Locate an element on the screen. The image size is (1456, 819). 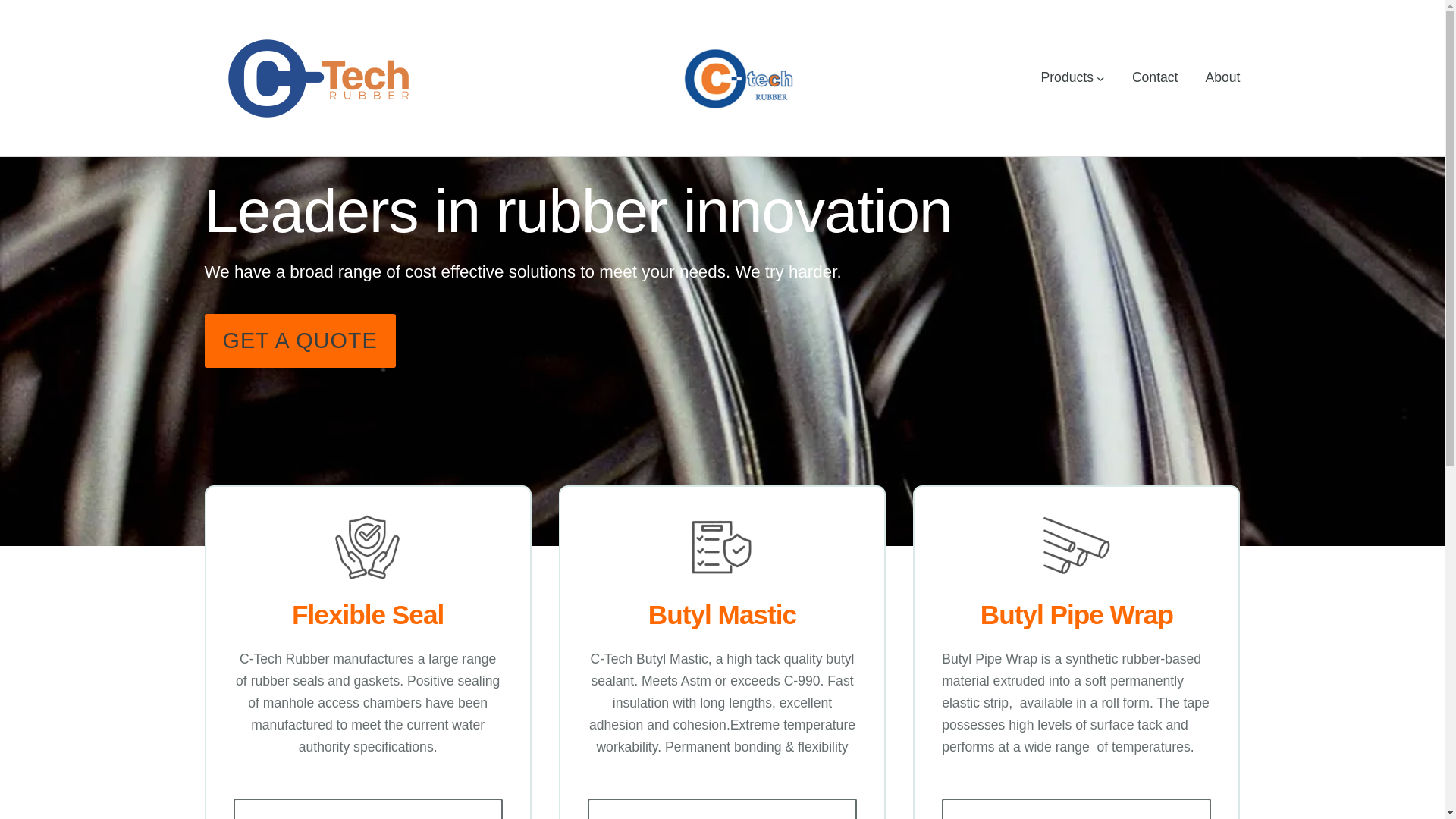
'Butyl Pipe Wrap' is located at coordinates (1076, 614).